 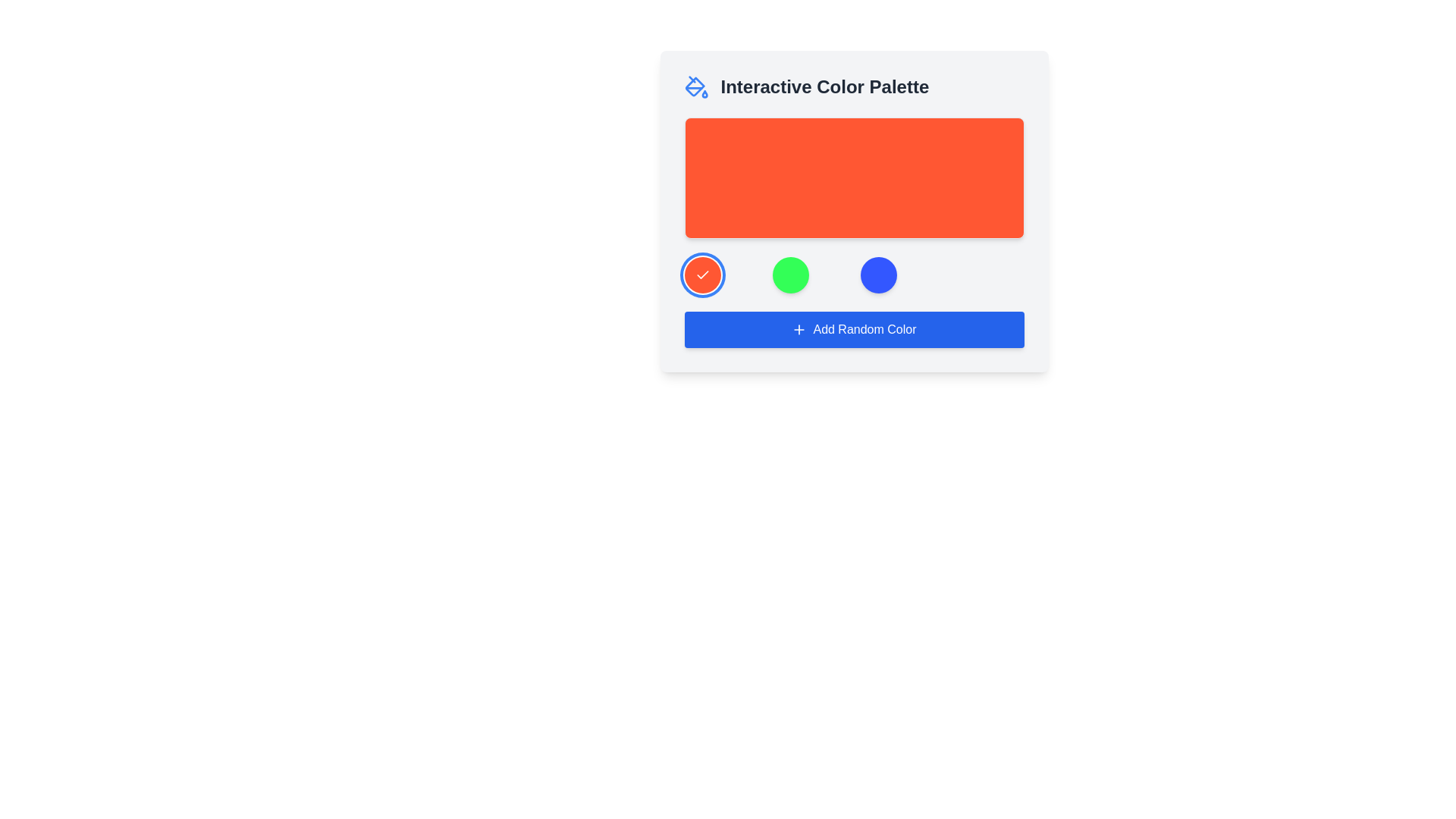 I want to click on the displayed color in the interactive visual display area located below the title 'Interactive Color Palette', so click(x=854, y=177).